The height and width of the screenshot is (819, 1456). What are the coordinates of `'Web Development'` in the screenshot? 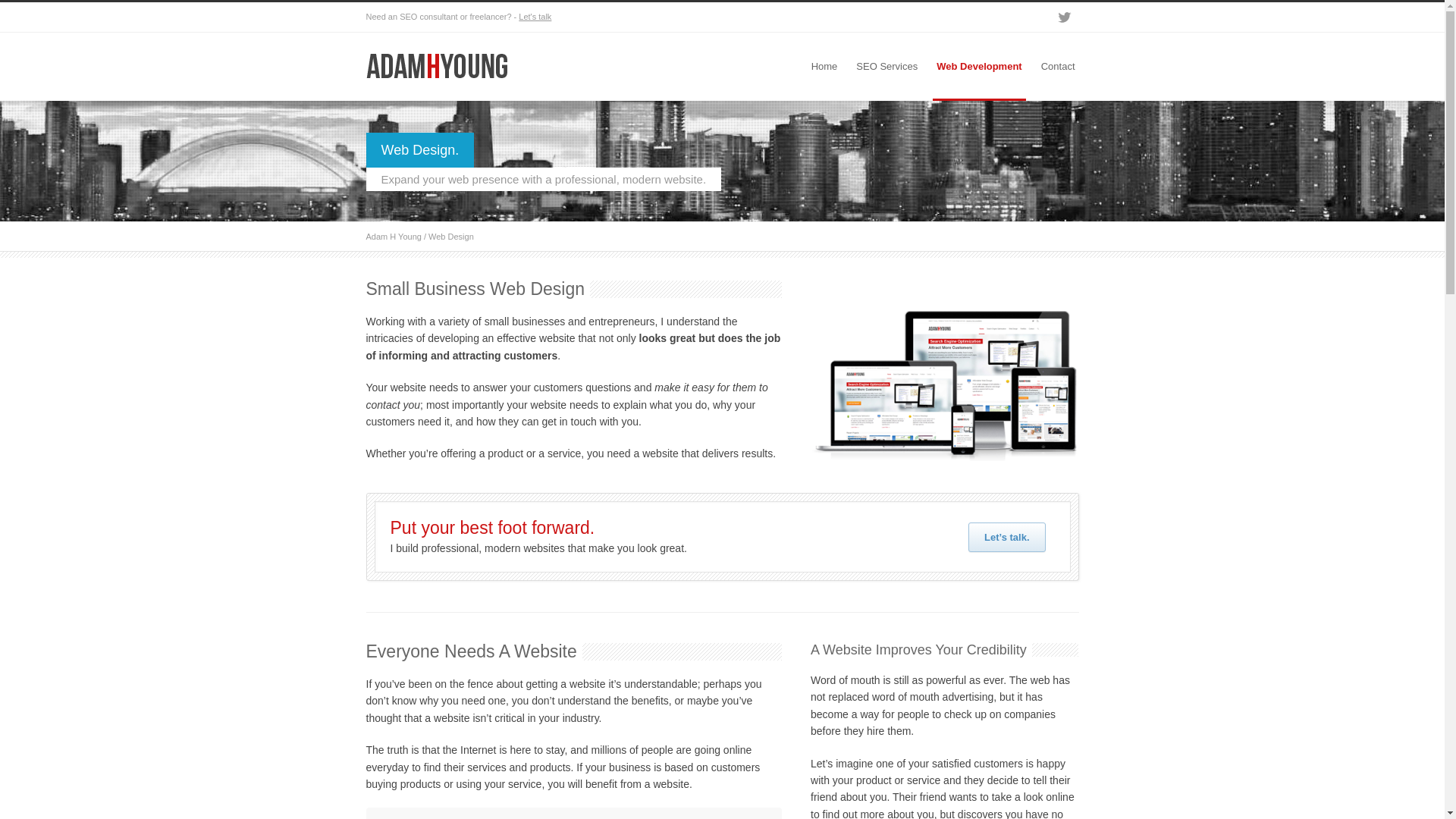 It's located at (979, 66).